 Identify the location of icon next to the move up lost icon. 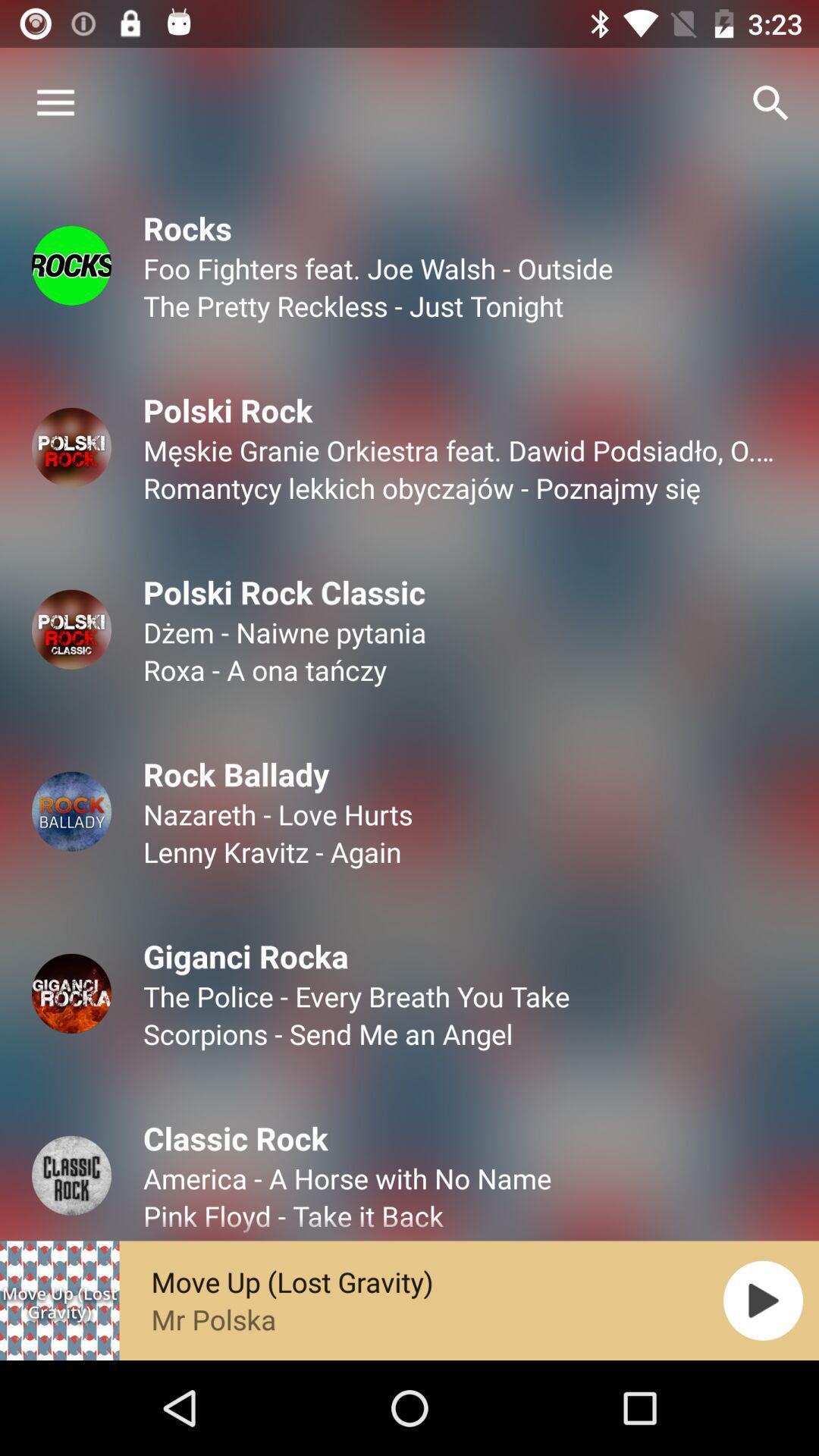
(763, 1300).